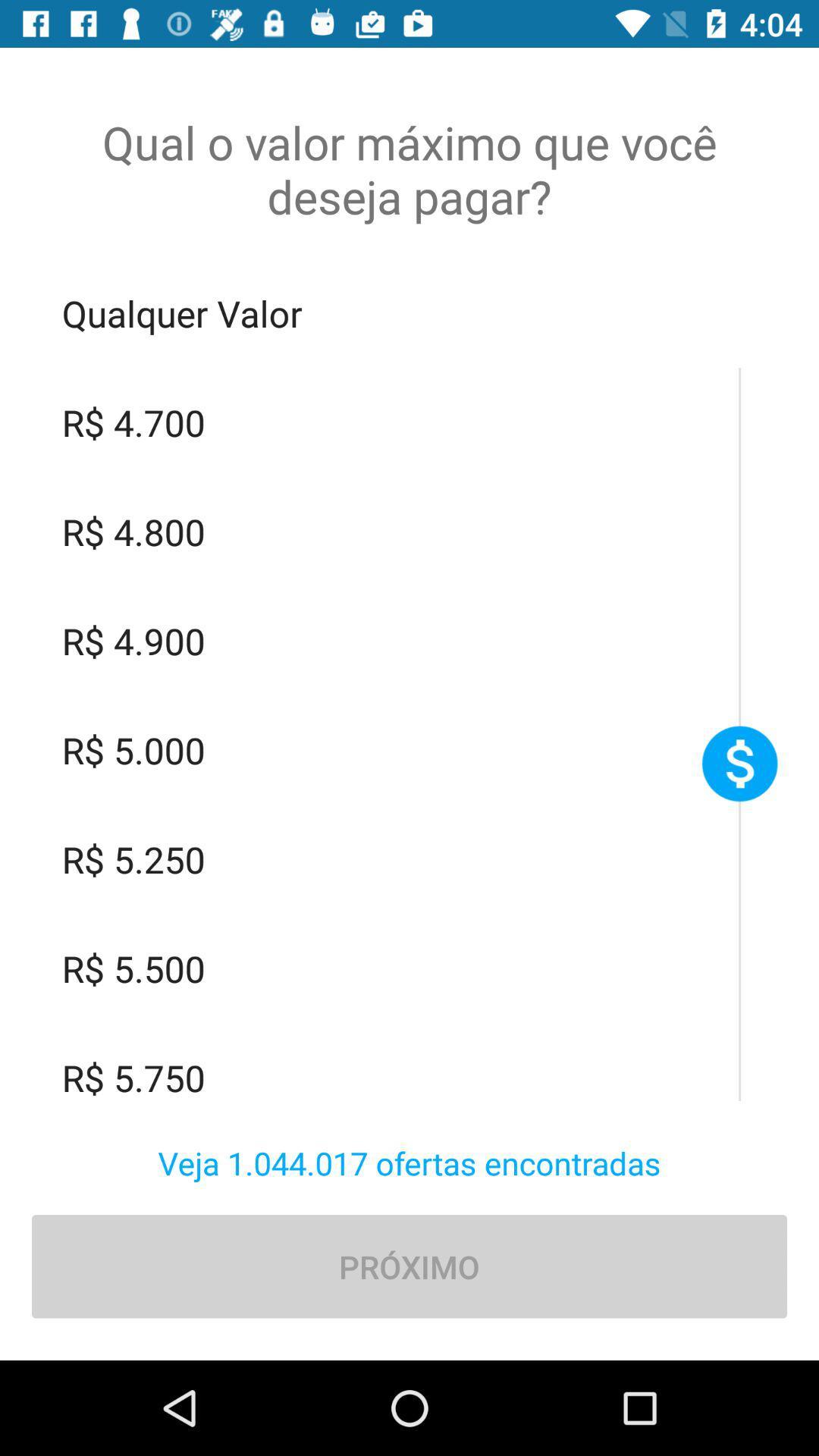  What do you see at coordinates (409, 312) in the screenshot?
I see `qualquer valor item` at bounding box center [409, 312].